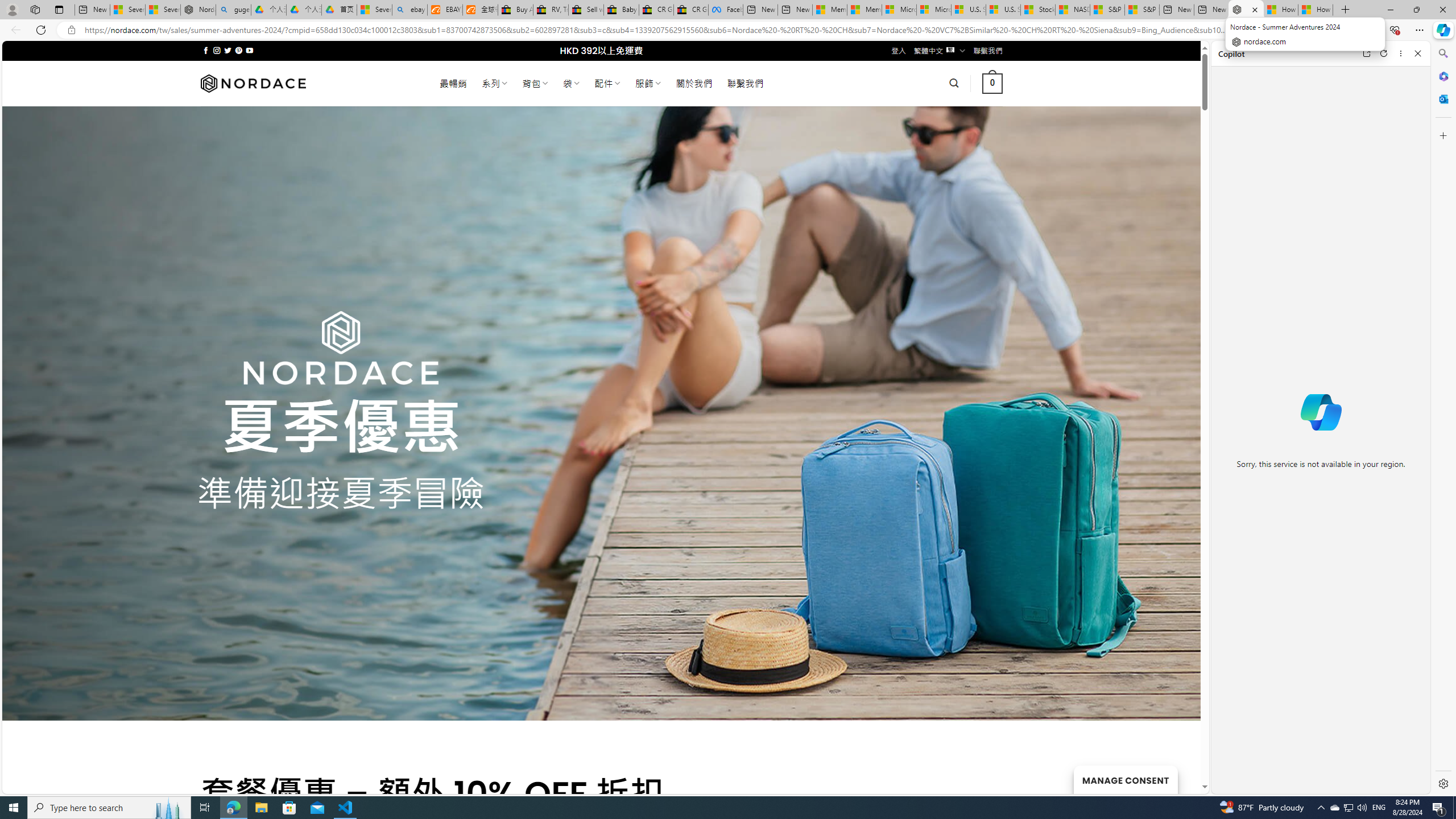  I want to click on 'Follow on YouTube', so click(250, 50).